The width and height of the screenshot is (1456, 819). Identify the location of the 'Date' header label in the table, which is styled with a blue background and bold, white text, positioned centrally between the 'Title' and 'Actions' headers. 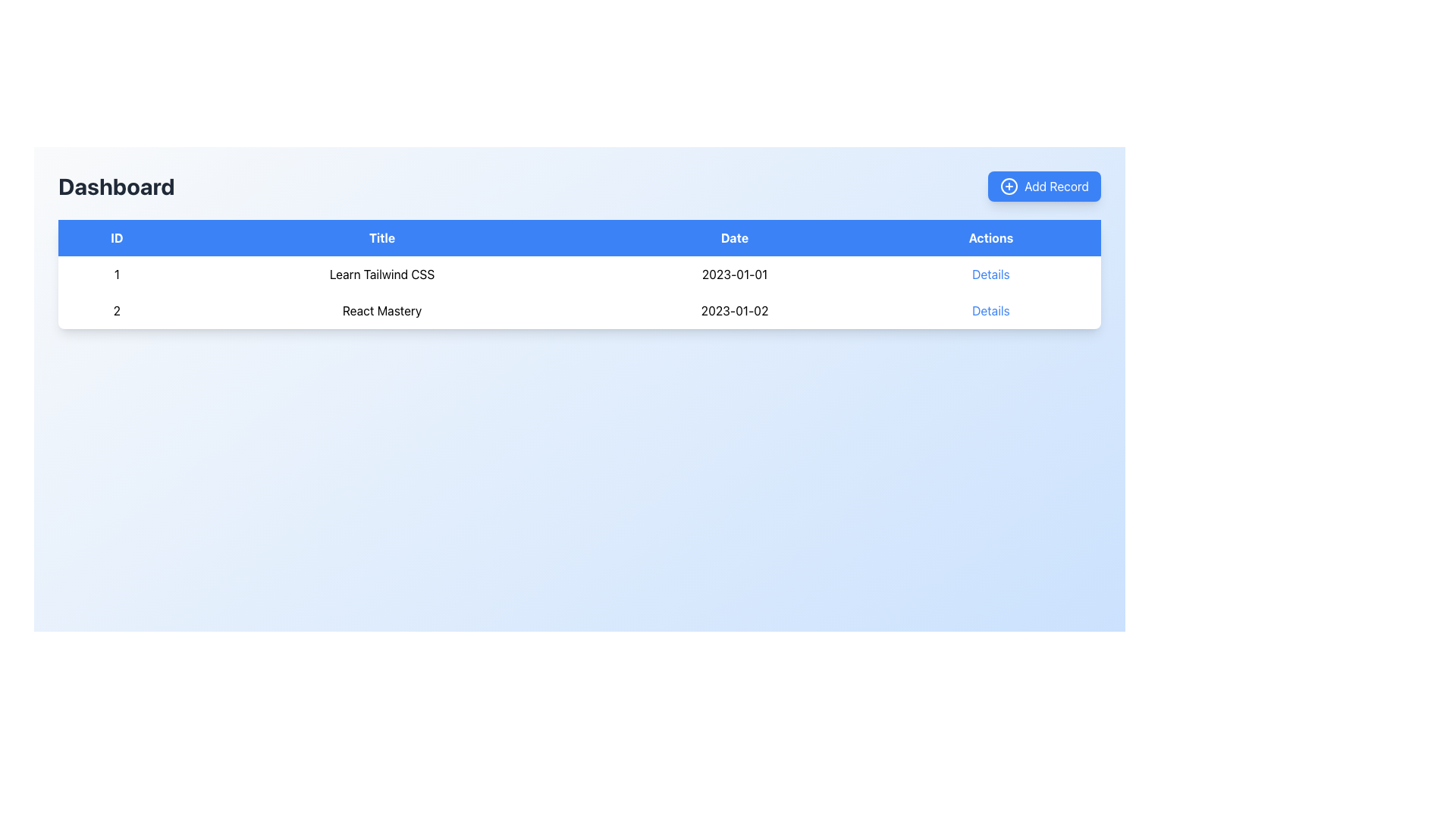
(735, 237).